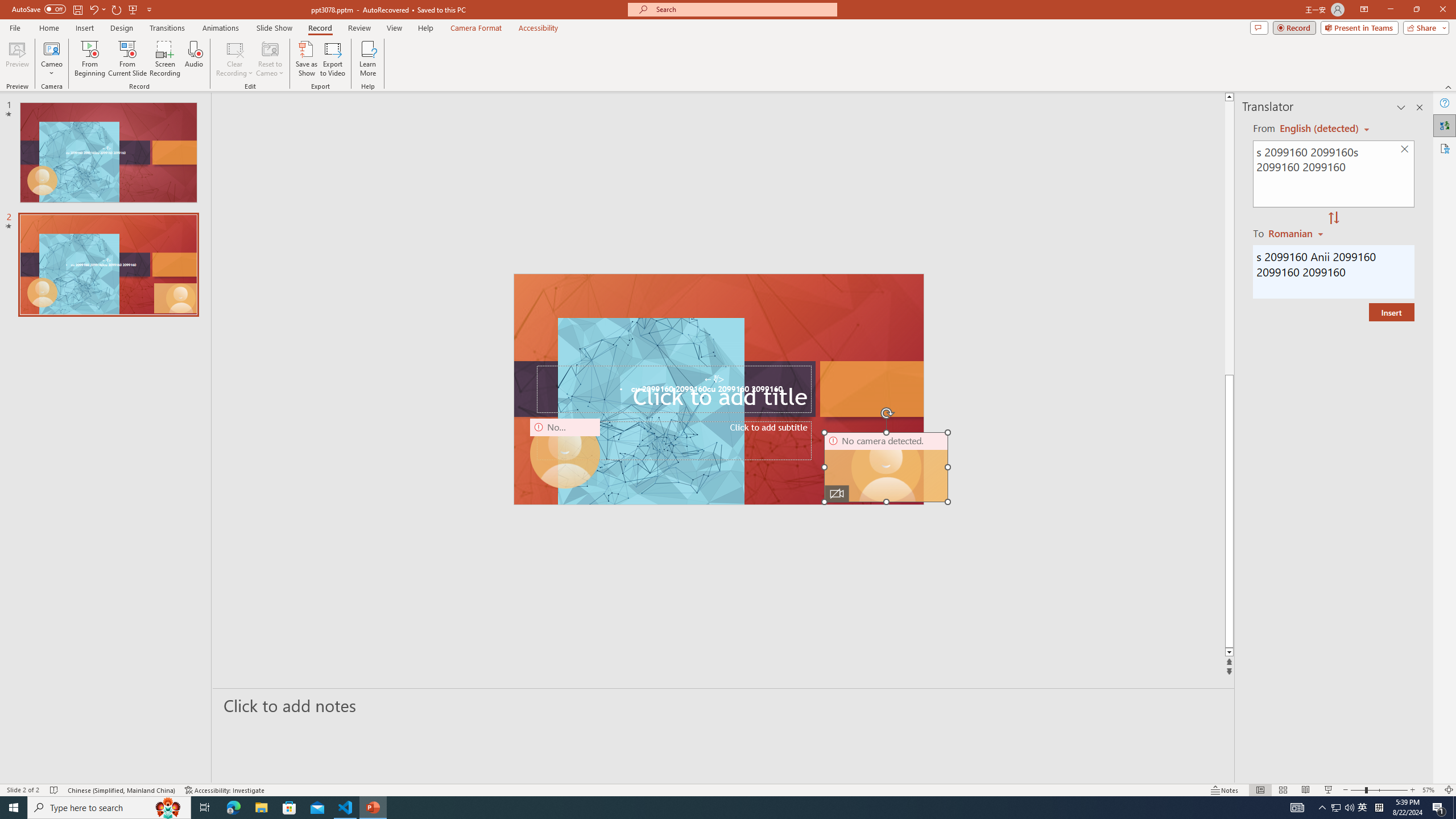 The width and height of the screenshot is (1456, 819). Describe the element at coordinates (77, 9) in the screenshot. I see `'Save'` at that location.